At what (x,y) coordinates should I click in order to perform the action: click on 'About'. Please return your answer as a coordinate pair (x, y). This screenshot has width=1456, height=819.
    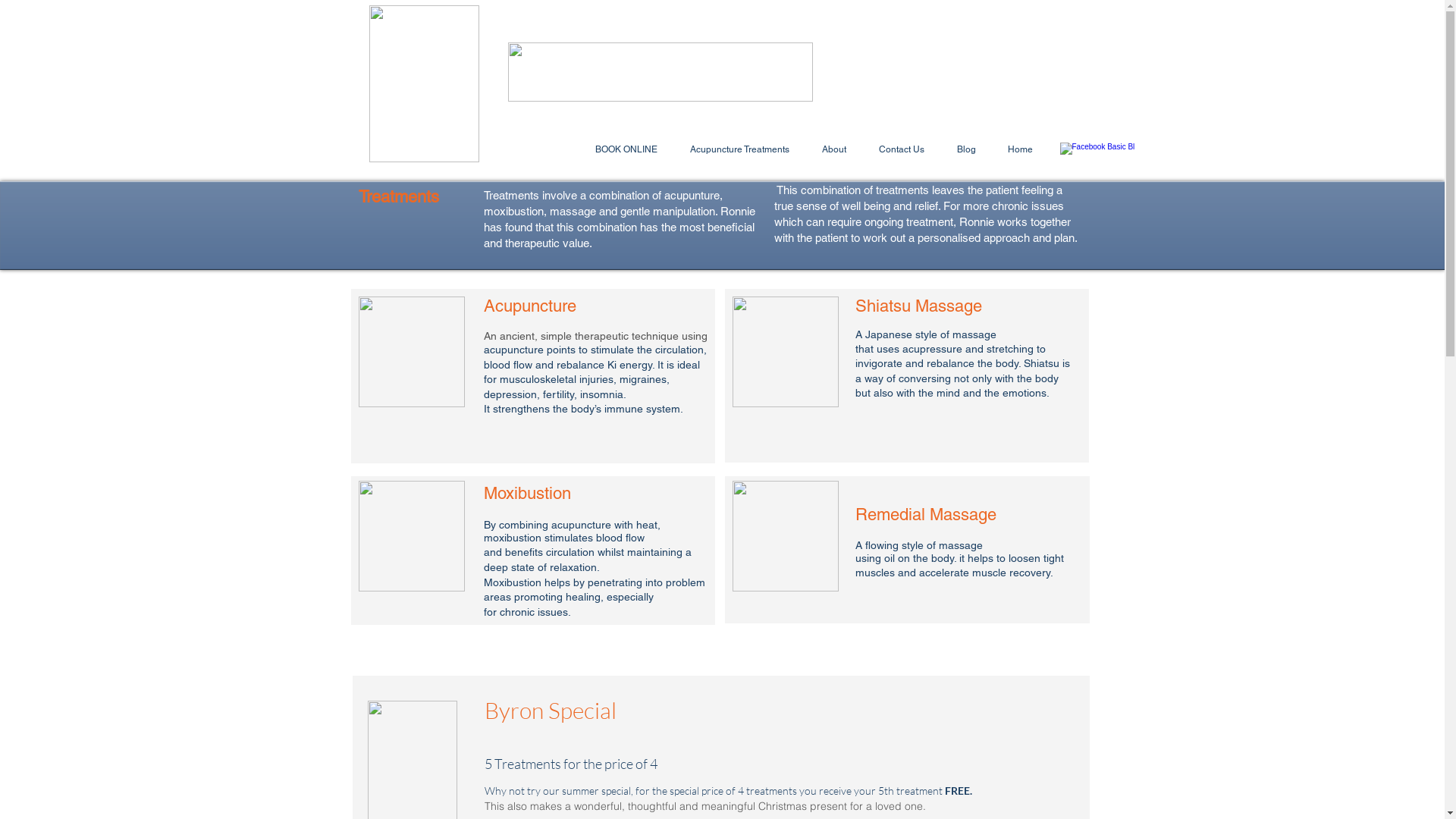
    Looking at the image, I should click on (804, 149).